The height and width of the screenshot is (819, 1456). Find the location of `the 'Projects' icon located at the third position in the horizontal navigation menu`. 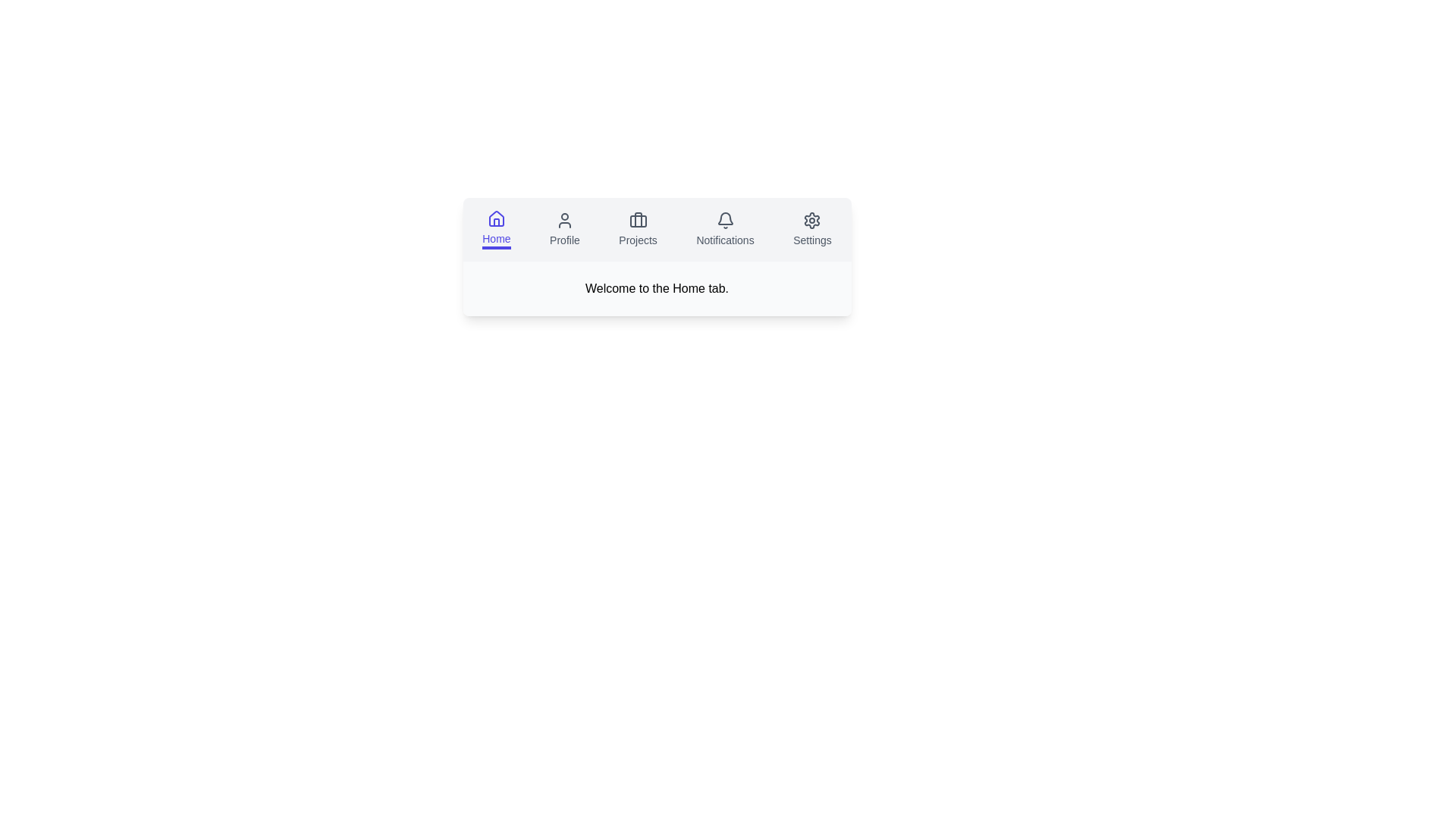

the 'Projects' icon located at the third position in the horizontal navigation menu is located at coordinates (638, 220).